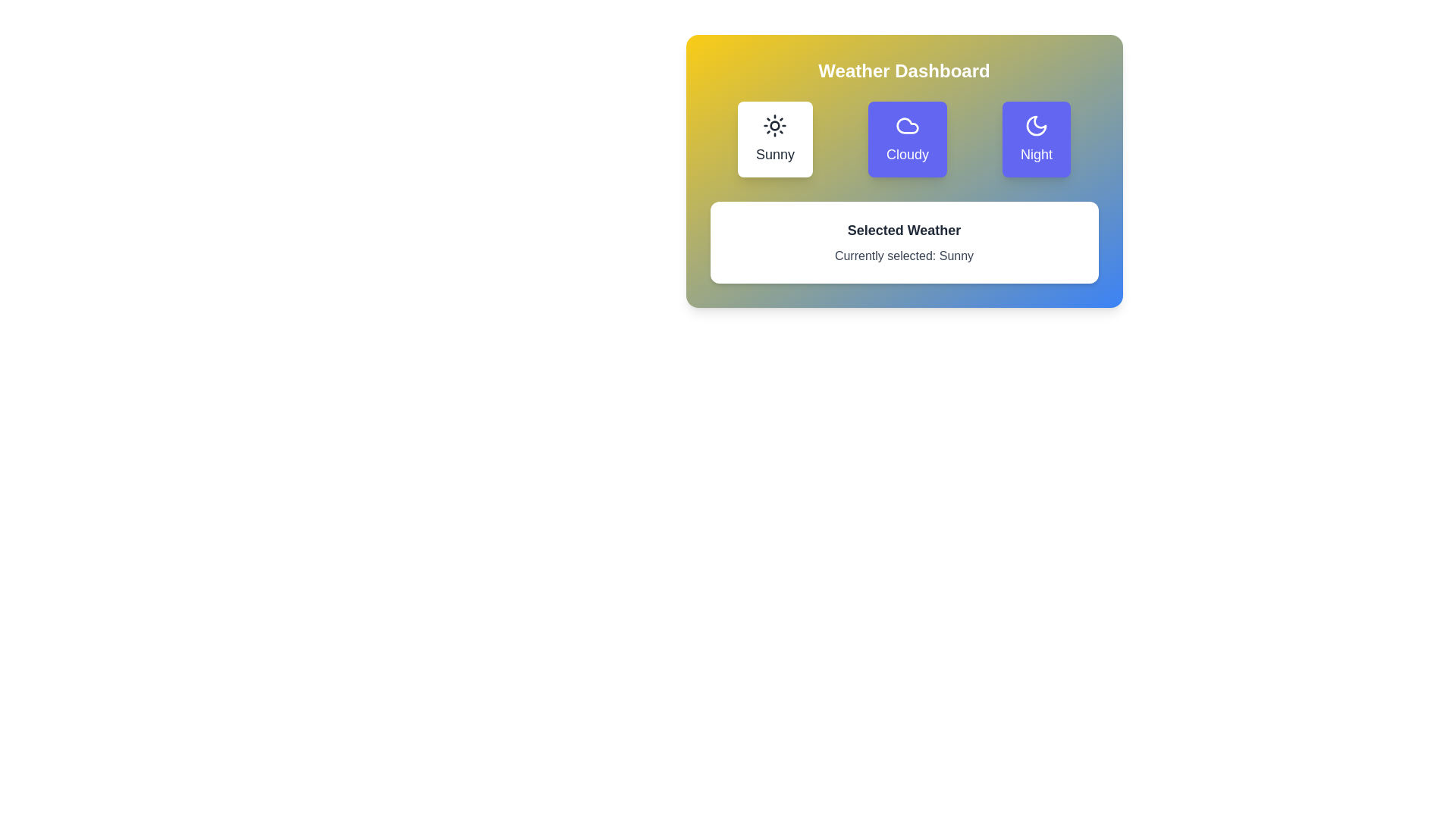 The image size is (1456, 819). I want to click on the 'Cloudy' button, which is a card-like button with a blue background, white cloud icon, and white text, positioned in the middle of three weather option buttons on the 'Weather Dashboard', so click(907, 140).